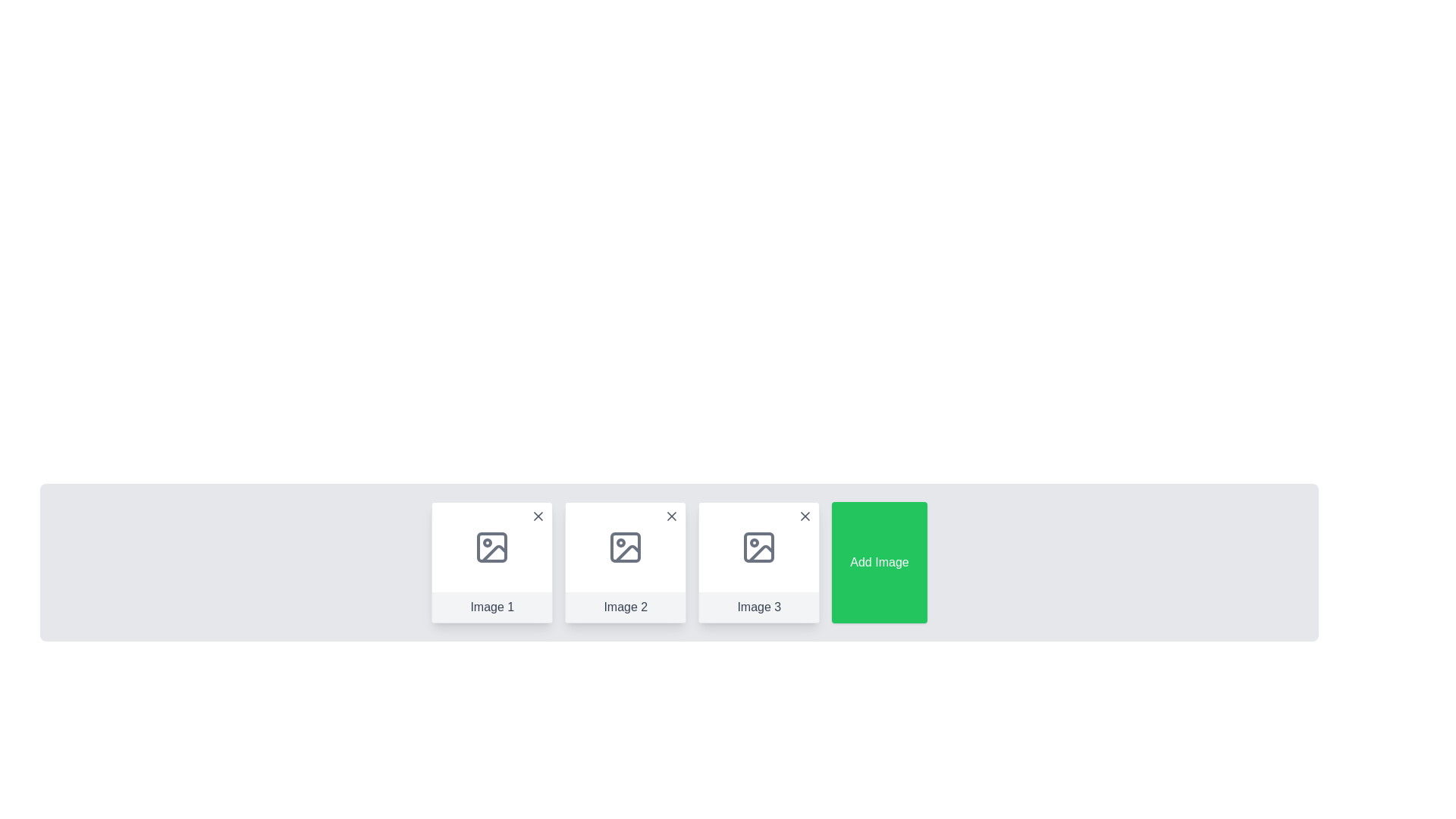  Describe the element at coordinates (626, 607) in the screenshot. I see `the text label displaying 'Image 2' located at the bottom center of the second card in a sequence of three` at that location.